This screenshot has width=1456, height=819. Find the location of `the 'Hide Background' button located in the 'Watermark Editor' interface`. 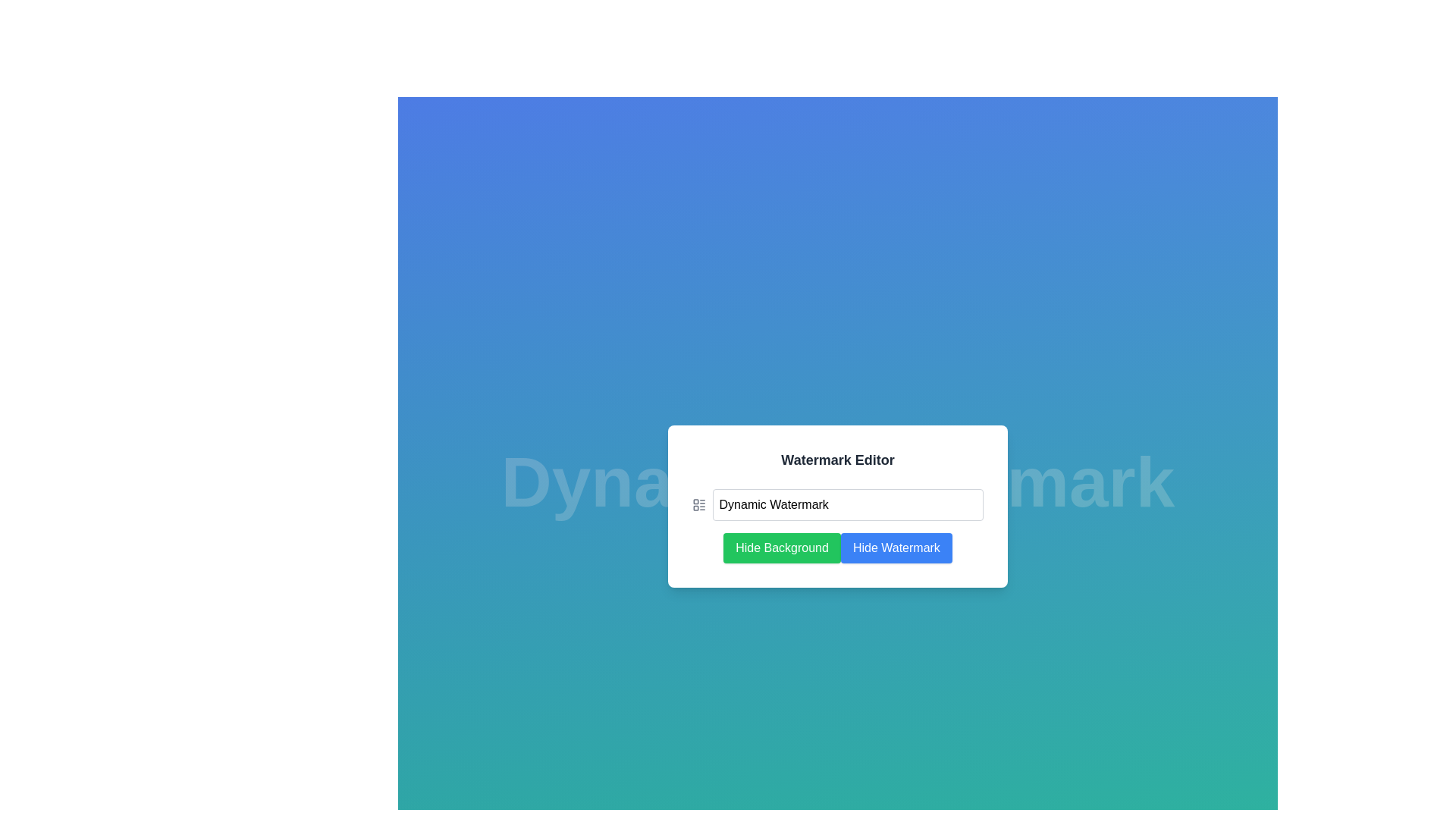

the 'Hide Background' button located in the 'Watermark Editor' interface is located at coordinates (782, 548).